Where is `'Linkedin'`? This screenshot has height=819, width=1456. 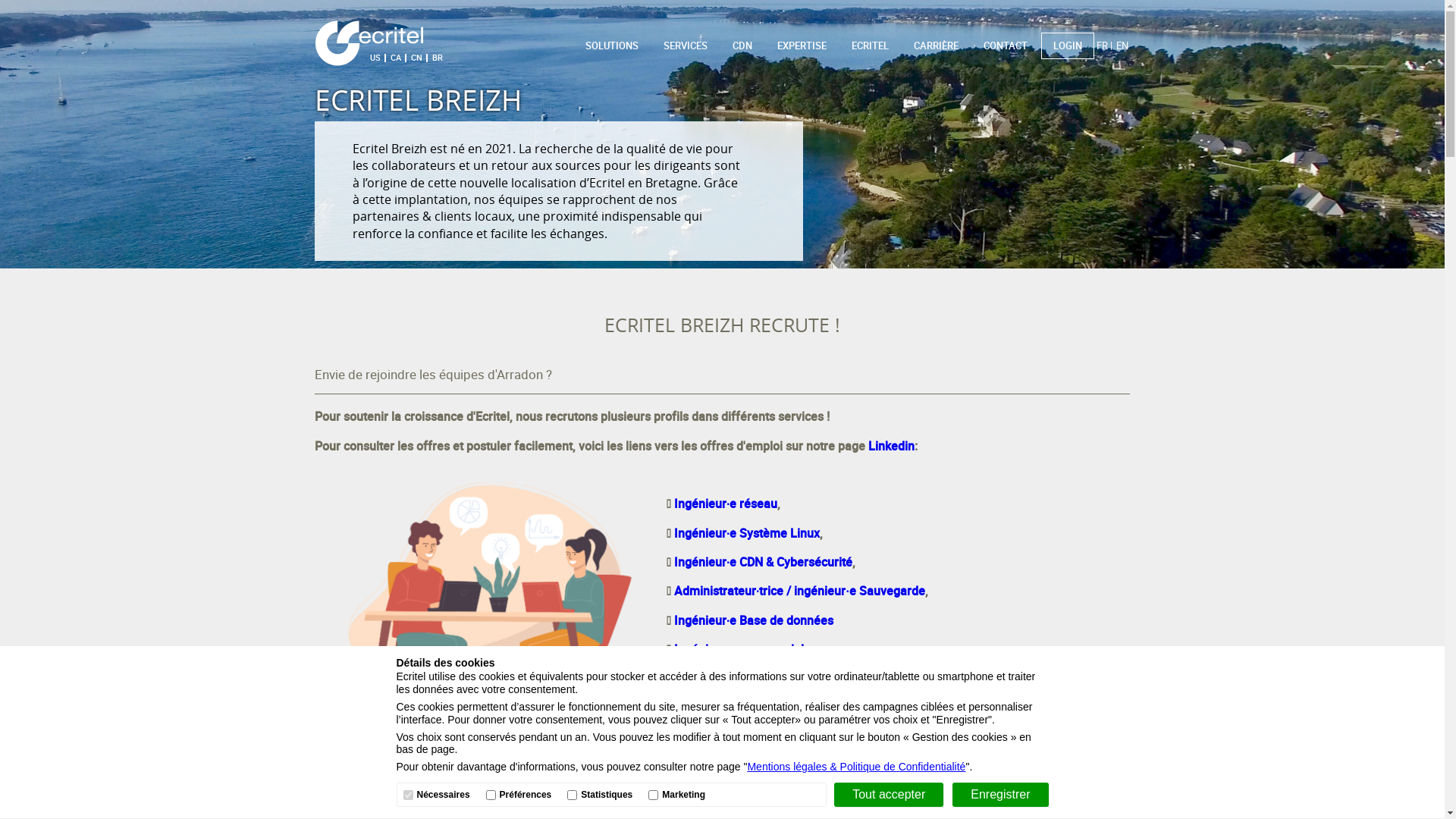 'Linkedin' is located at coordinates (891, 444).